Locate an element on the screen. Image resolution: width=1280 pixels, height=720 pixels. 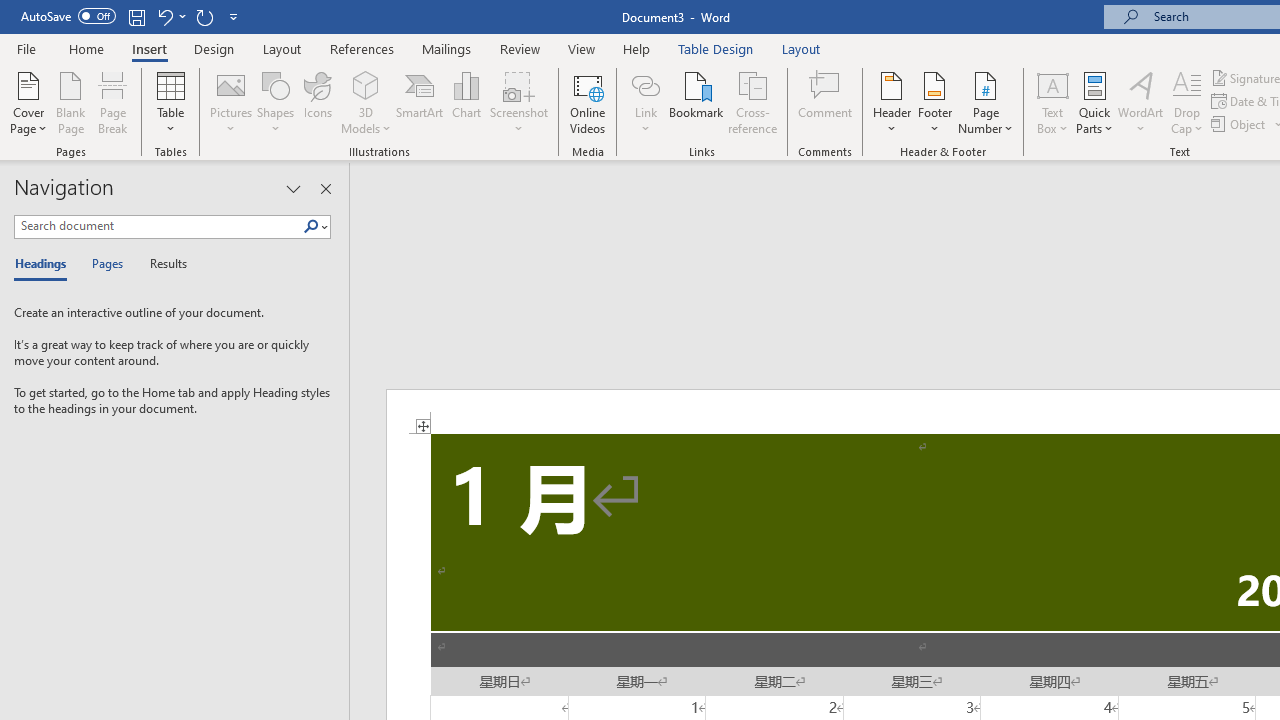
'Link' is located at coordinates (645, 103).